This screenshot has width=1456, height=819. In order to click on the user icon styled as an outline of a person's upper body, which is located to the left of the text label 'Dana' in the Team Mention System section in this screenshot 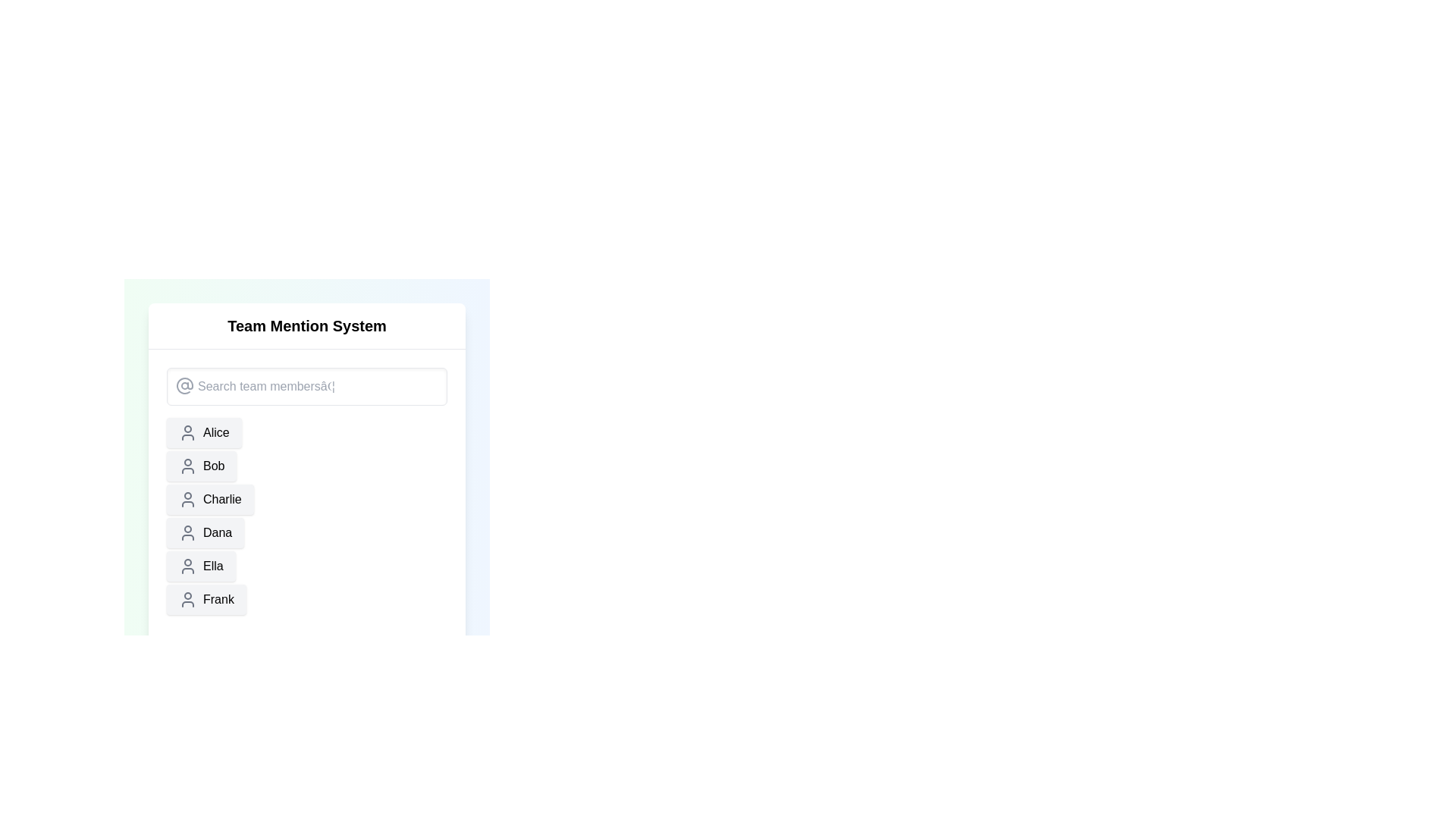, I will do `click(187, 532)`.